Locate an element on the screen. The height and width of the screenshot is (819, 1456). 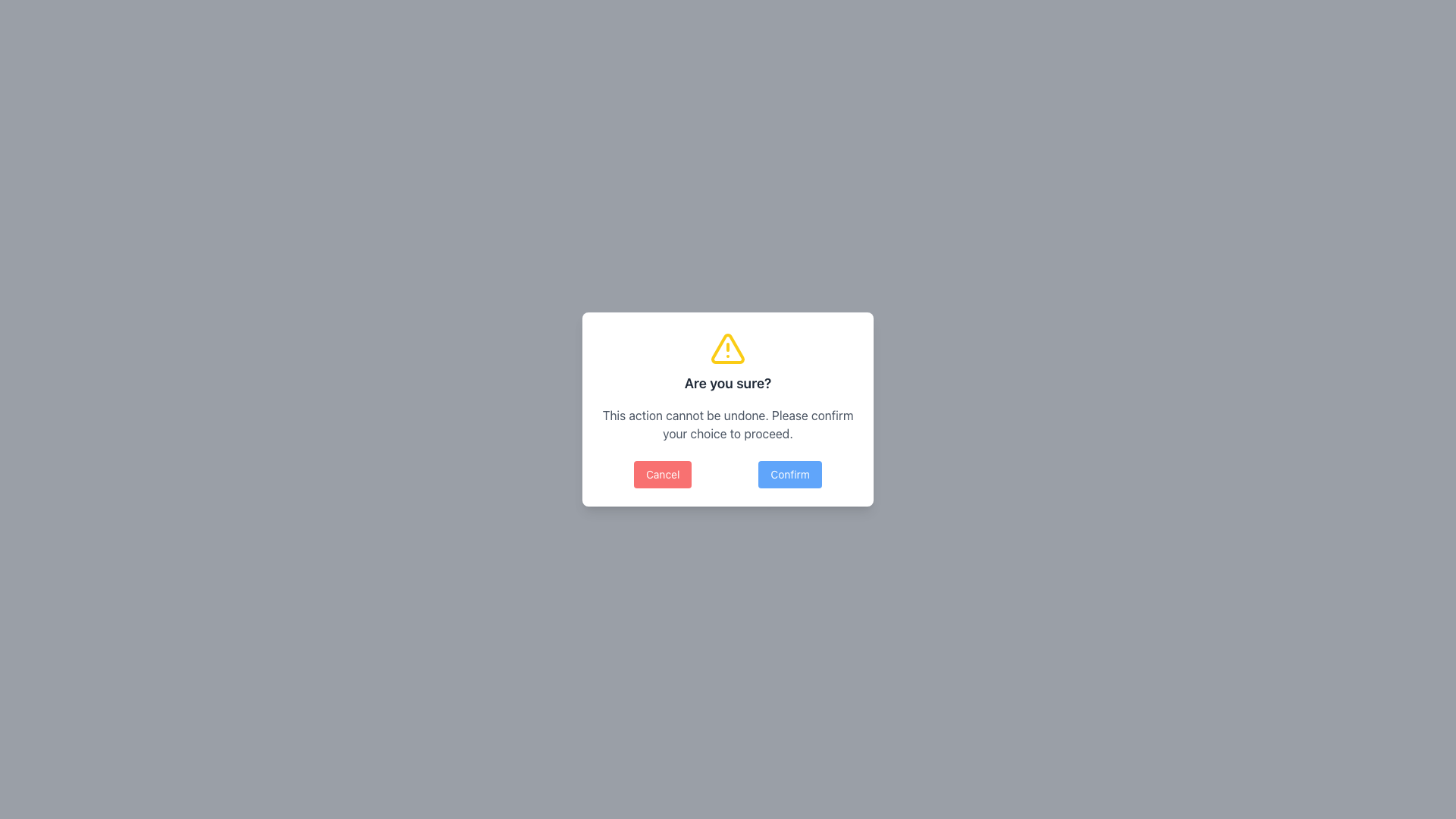
warning message in the modal dialog box that contains a yellow warning icon and the text 'Are you sure?' along with the instruction 'This action cannot be undone. Please confirm your choice to proceed.' is located at coordinates (728, 394).